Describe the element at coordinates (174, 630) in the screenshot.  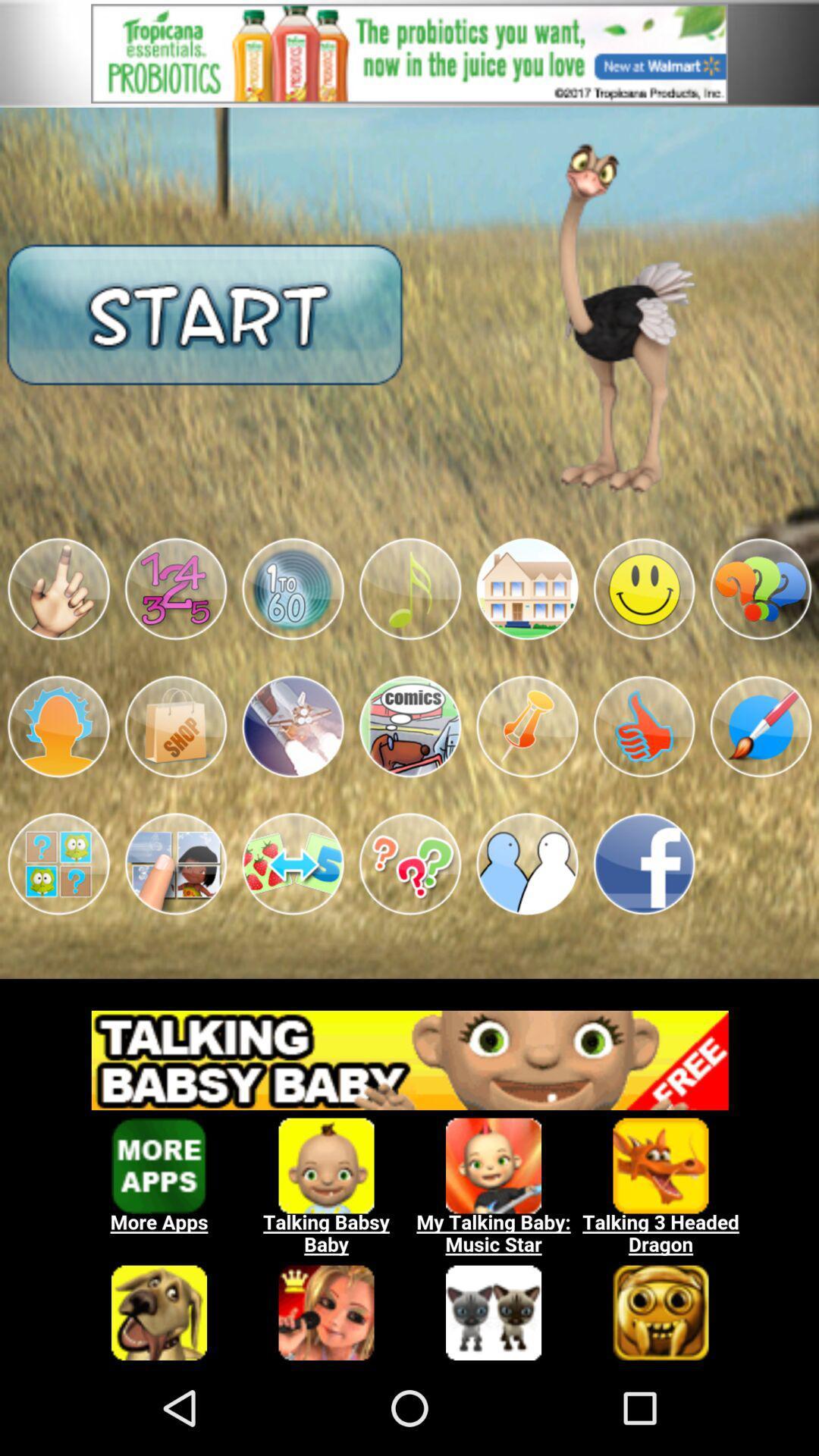
I see `the add icon` at that location.